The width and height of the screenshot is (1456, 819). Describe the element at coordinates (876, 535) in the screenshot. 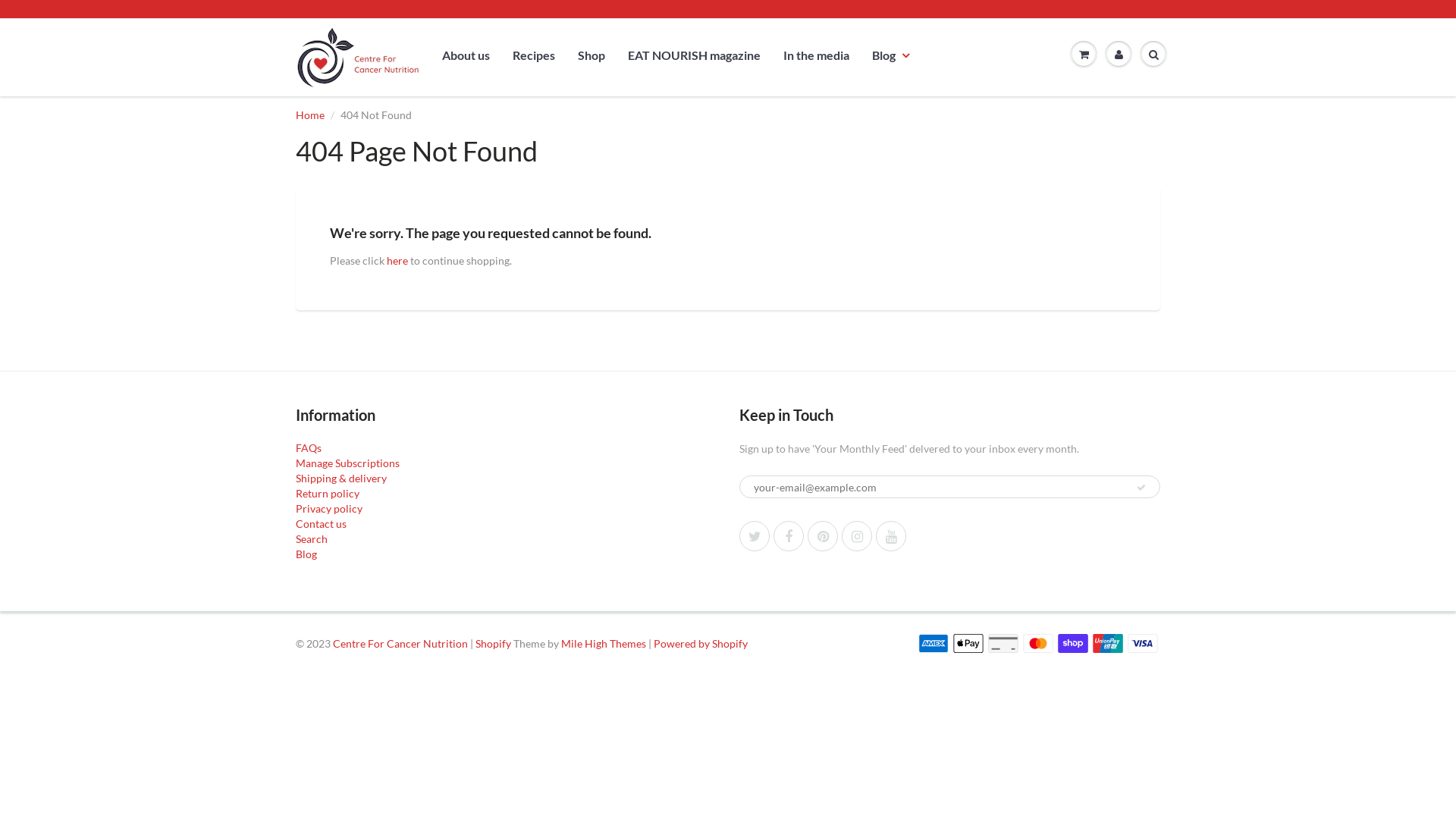

I see `'YouTube'` at that location.